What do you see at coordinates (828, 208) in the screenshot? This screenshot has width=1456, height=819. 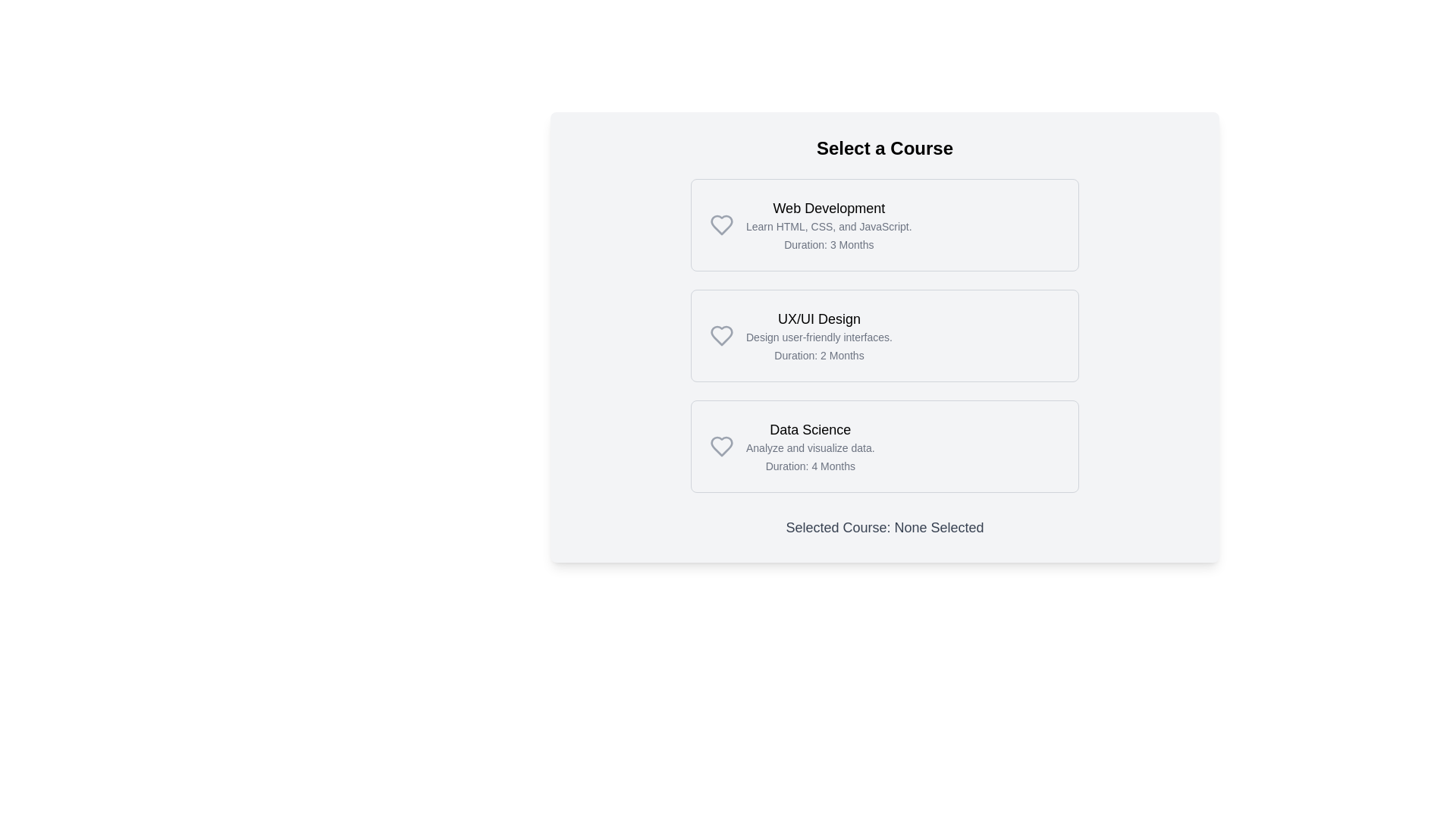 I see `the Text Label that serves as the title for the 'Web Development' course, positioned at the upper part of the course list` at bounding box center [828, 208].